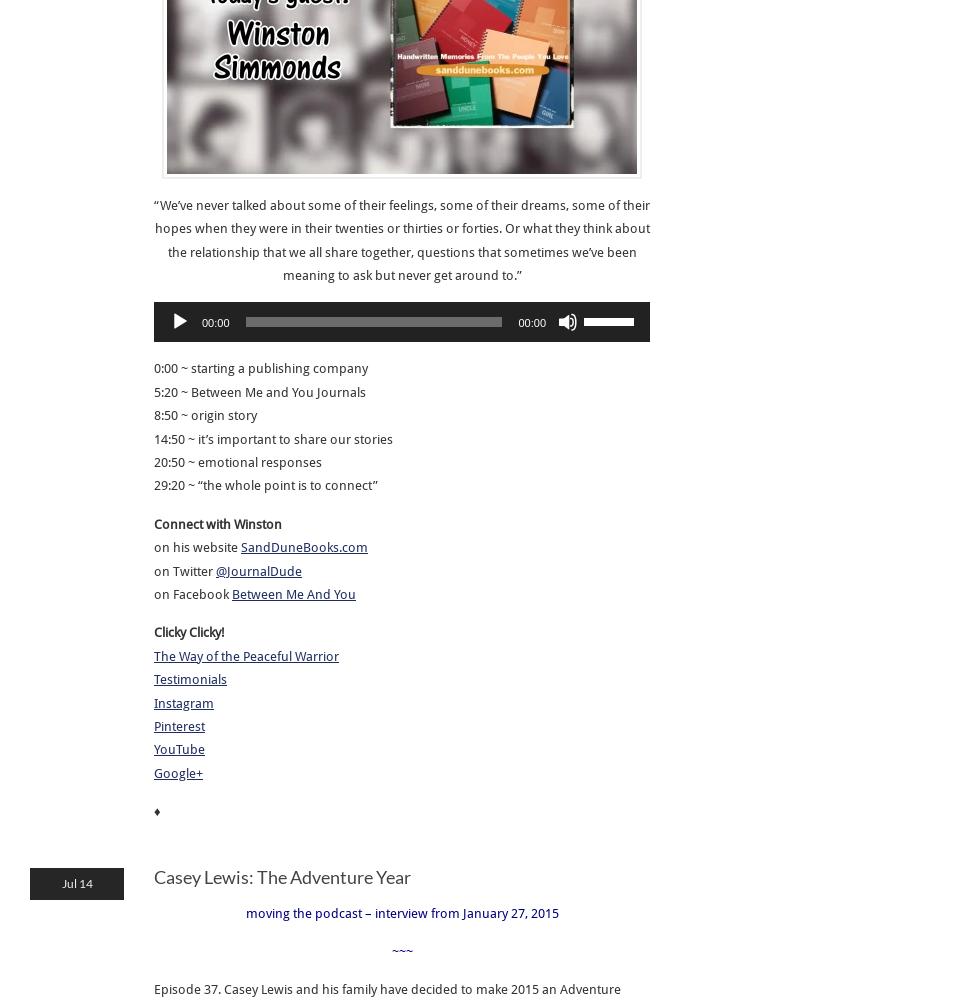 The height and width of the screenshot is (1008, 960). Describe the element at coordinates (178, 749) in the screenshot. I see `'YouTube'` at that location.